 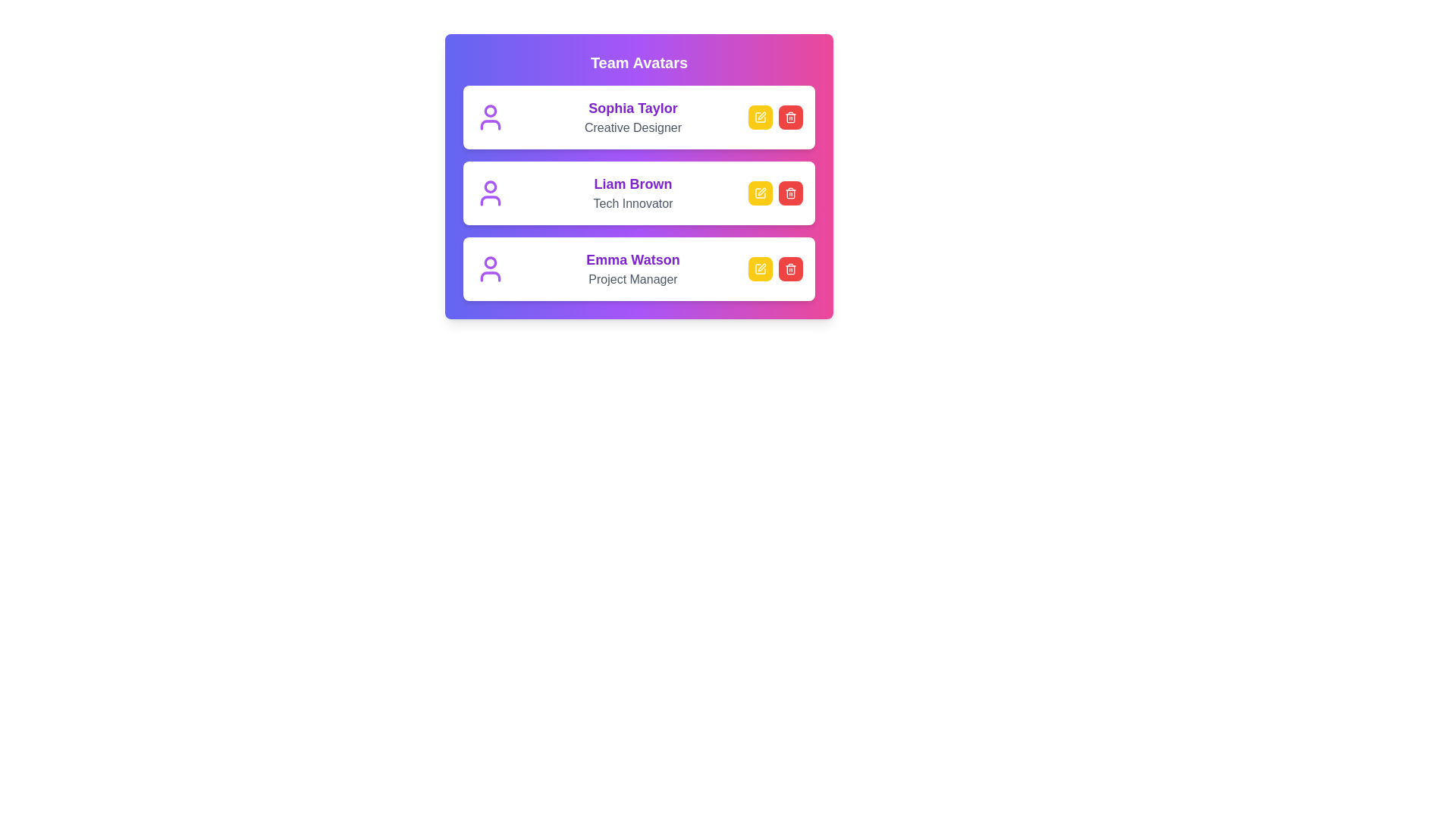 I want to click on the 'Delete' button for 'Sophia Taylor - Creative Designer', so click(x=789, y=116).